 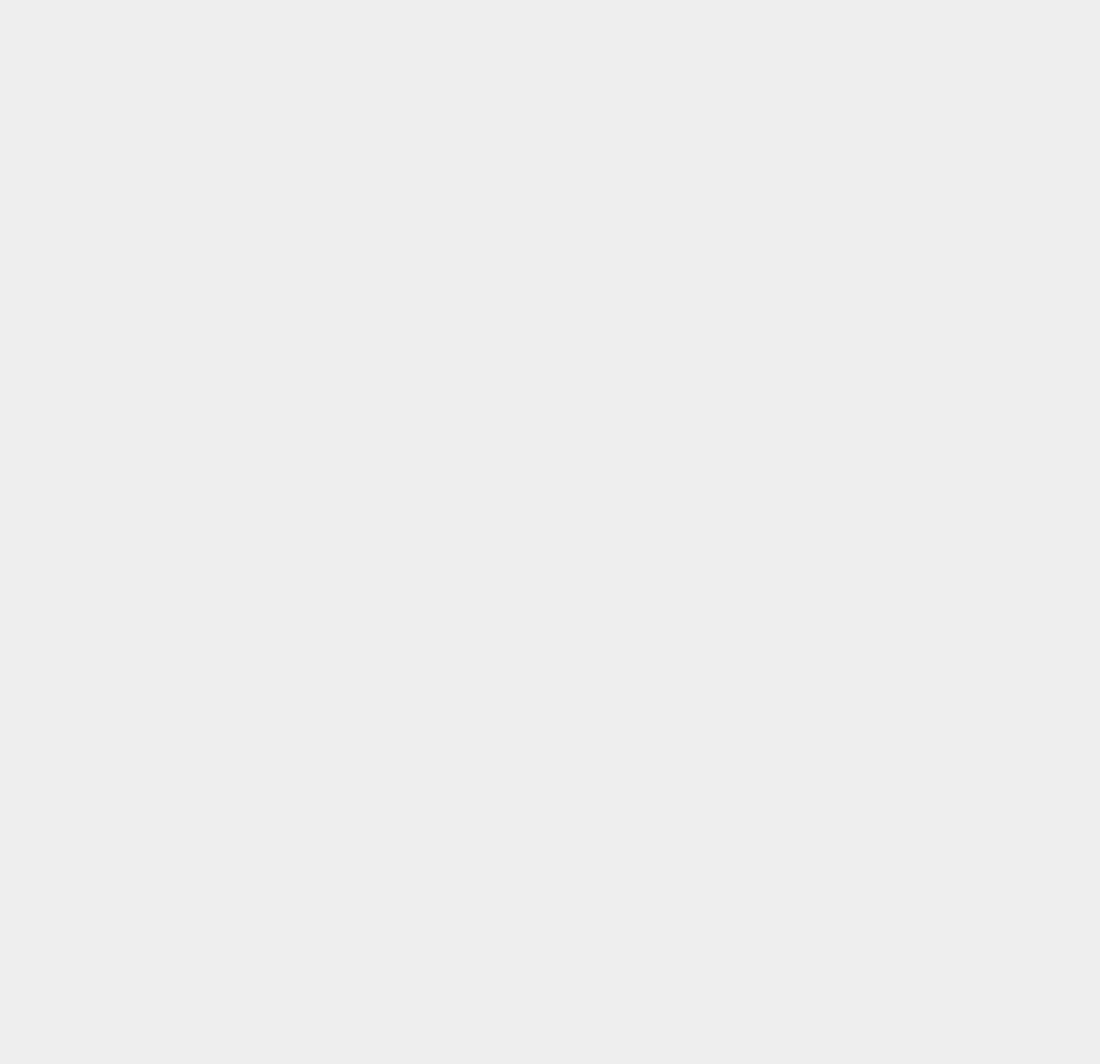 I want to click on 'Windows Apps', so click(x=824, y=281).